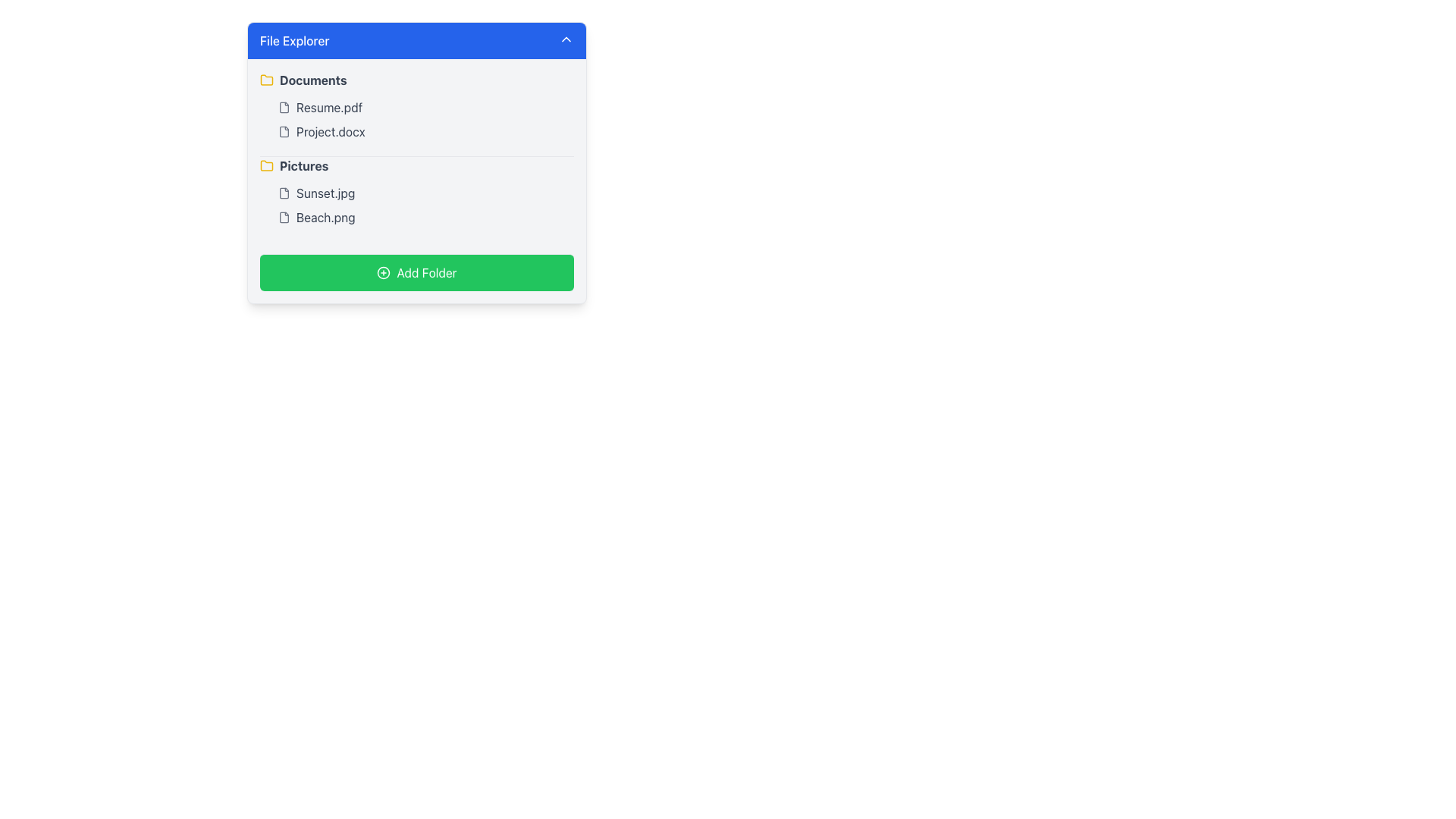 The height and width of the screenshot is (819, 1456). Describe the element at coordinates (284, 130) in the screenshot. I see `the small gray document icon adjacent to the text 'Project.docx' in the file list within the 'Documents' folder` at that location.